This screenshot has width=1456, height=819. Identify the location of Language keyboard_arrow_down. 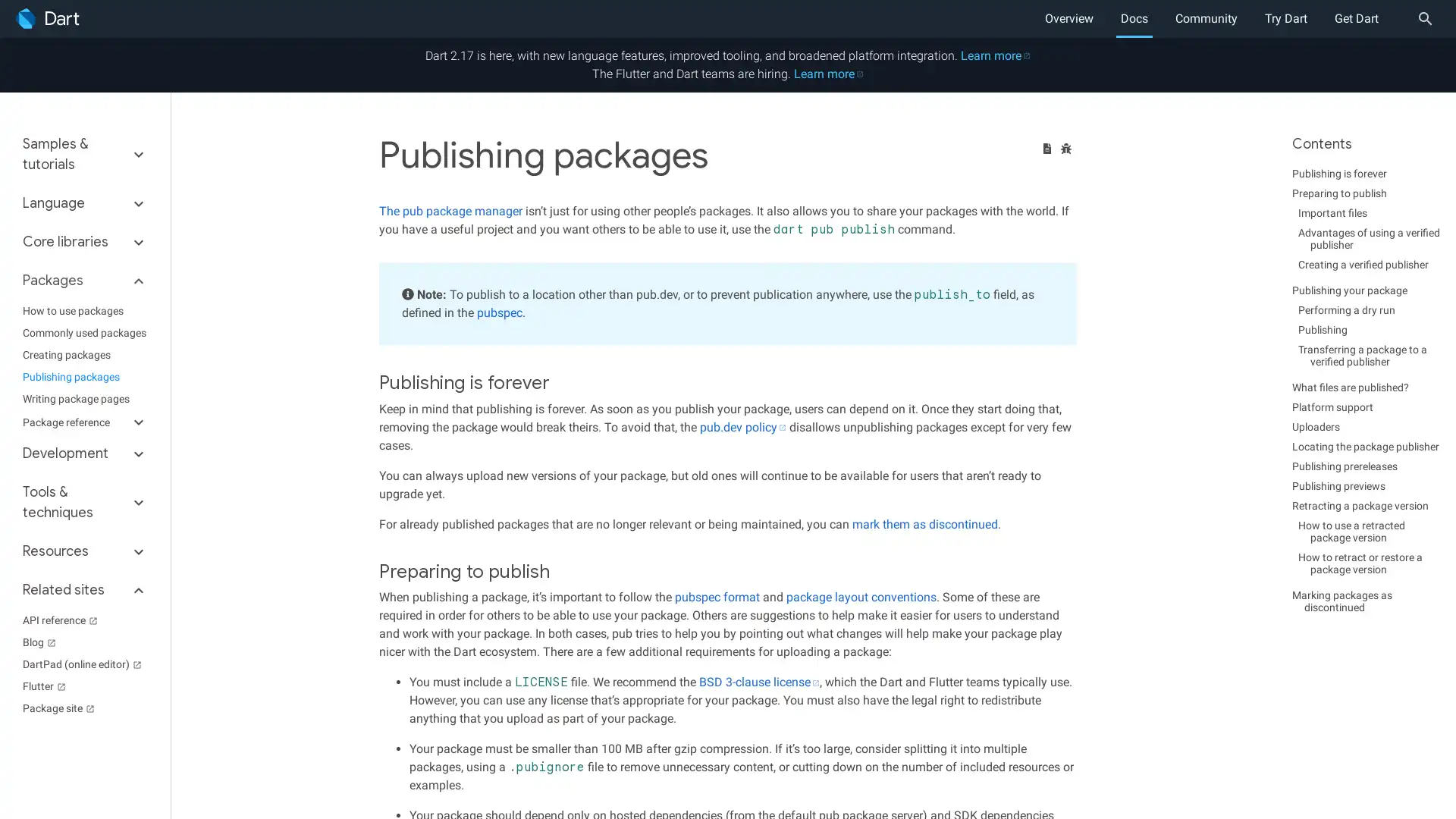
(84, 202).